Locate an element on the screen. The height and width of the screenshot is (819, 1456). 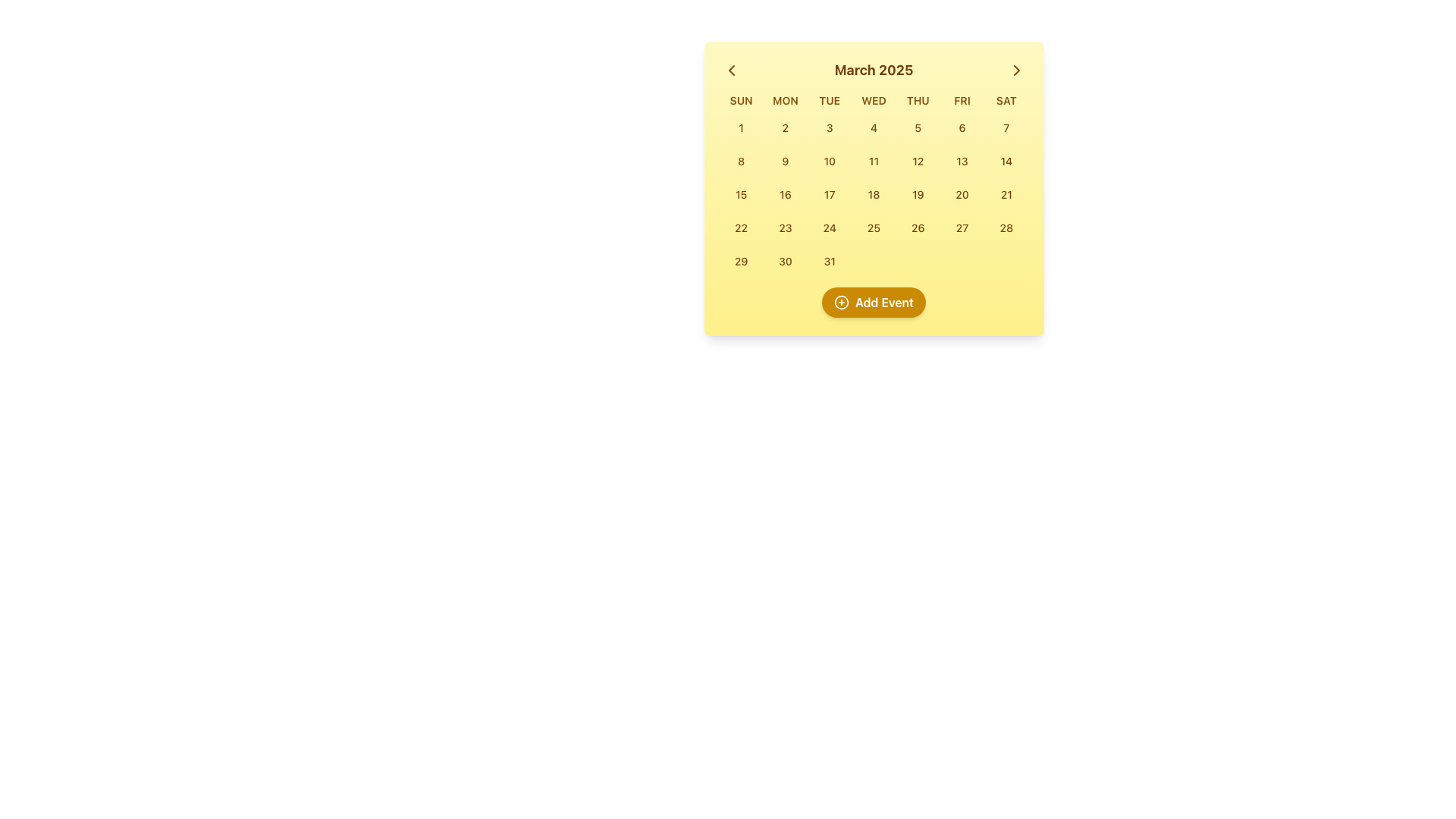
the text label representing the first day of the month in the calendar interface, located under the 'SUN' column header is located at coordinates (741, 127).